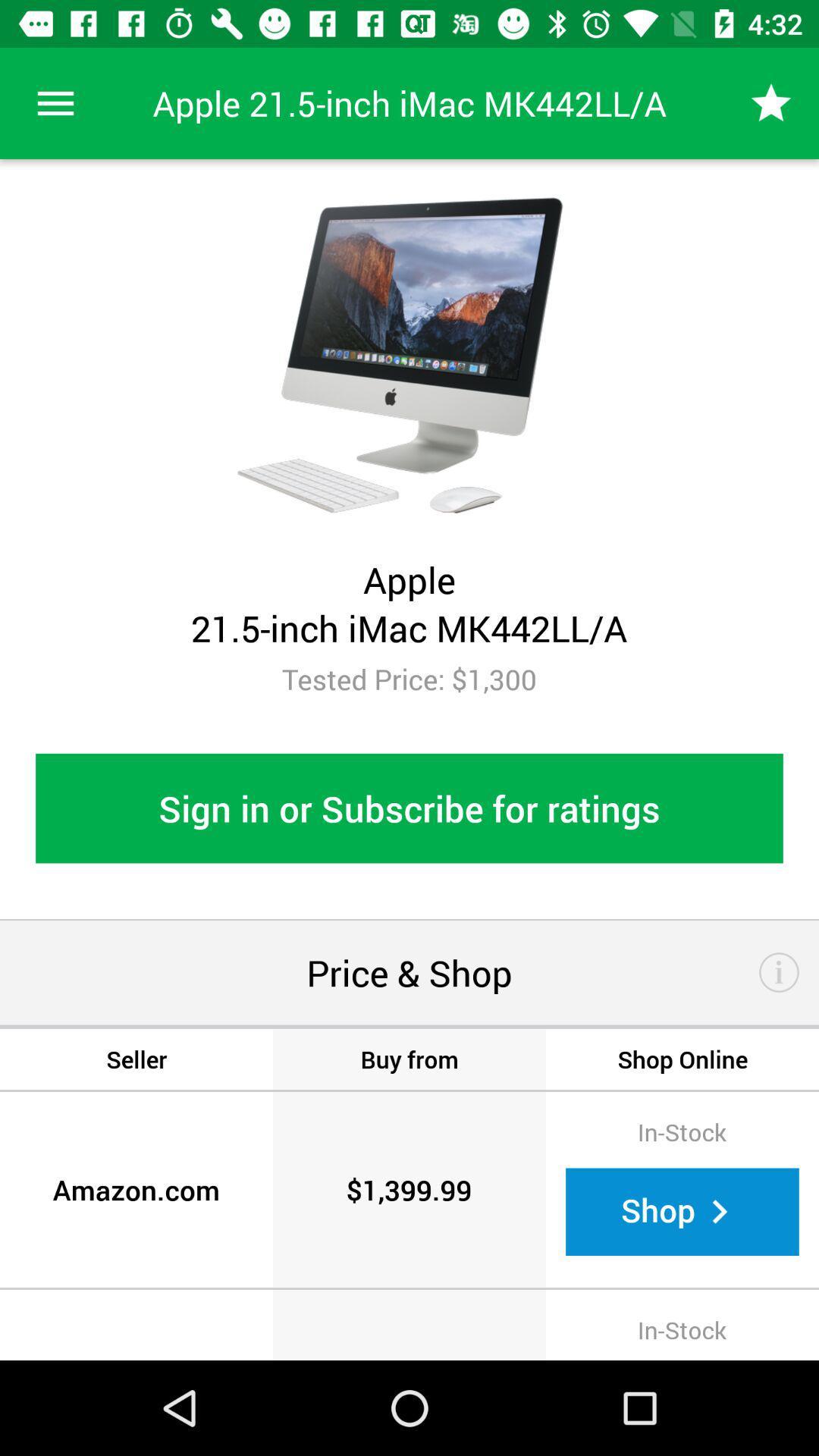 The height and width of the screenshot is (1456, 819). Describe the element at coordinates (55, 102) in the screenshot. I see `icon next to the apple 21 5 icon` at that location.